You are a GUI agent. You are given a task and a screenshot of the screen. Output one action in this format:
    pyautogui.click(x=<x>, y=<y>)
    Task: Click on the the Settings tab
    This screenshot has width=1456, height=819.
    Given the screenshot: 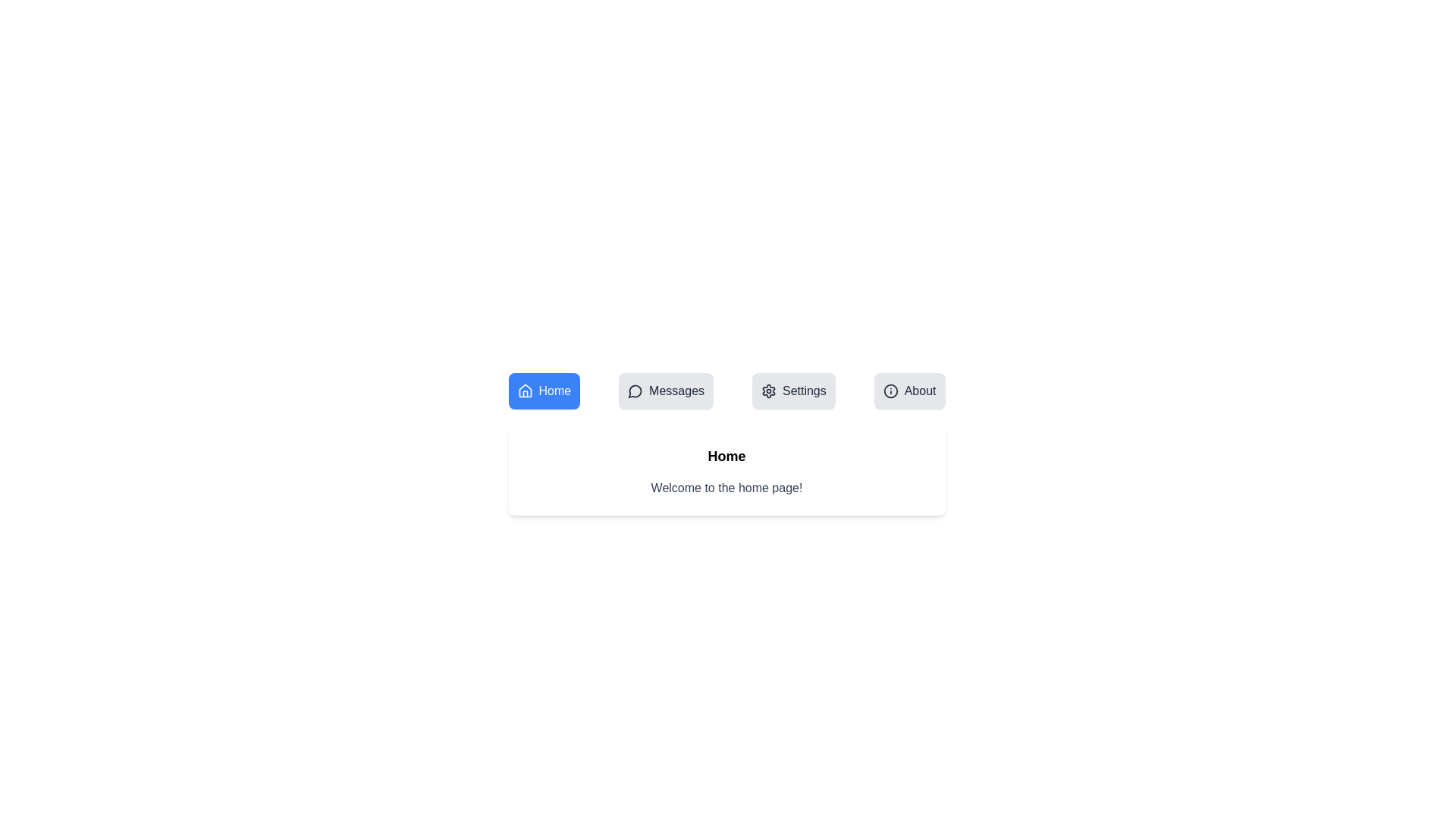 What is the action you would take?
    pyautogui.click(x=792, y=391)
    